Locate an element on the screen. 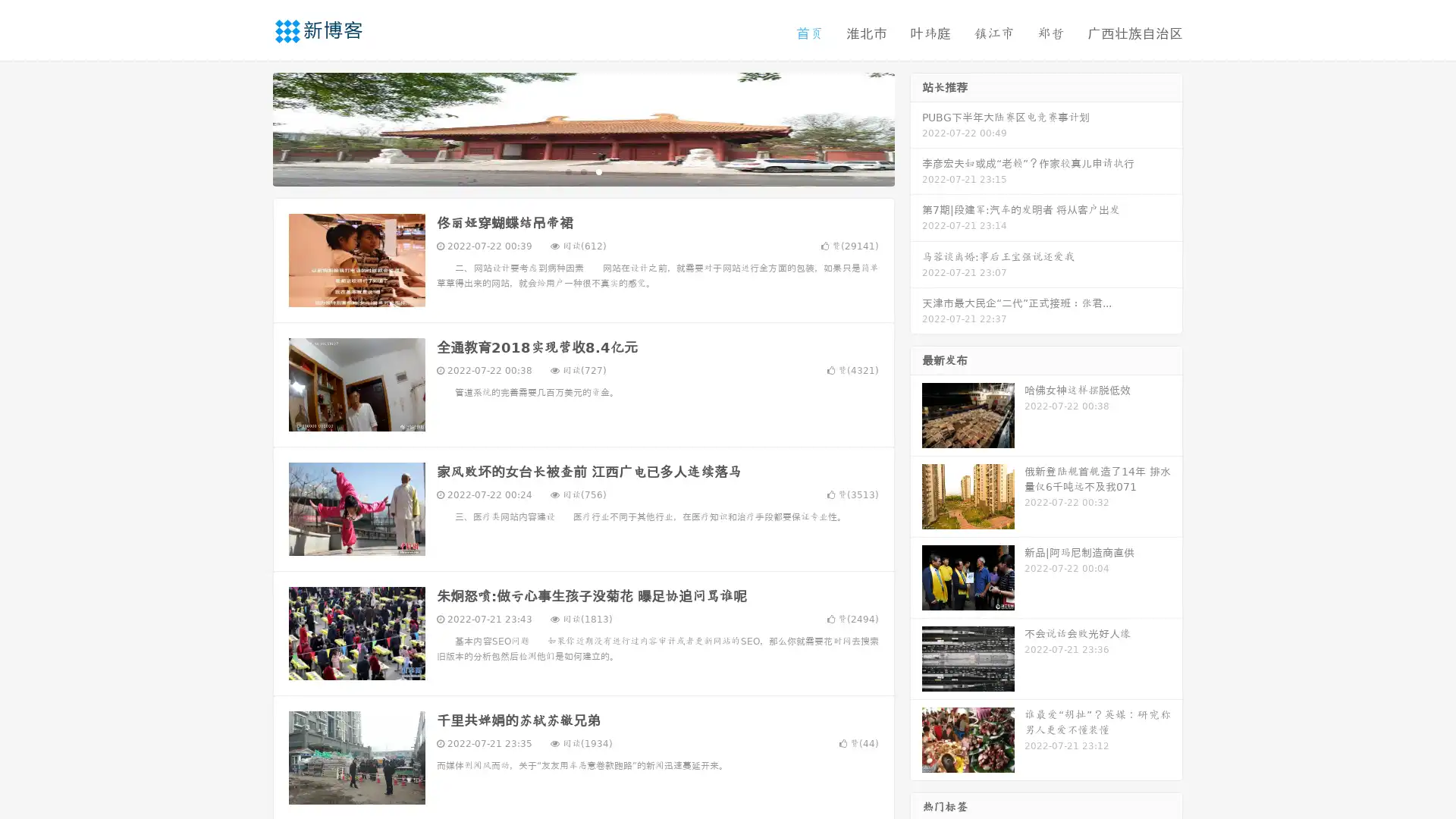  Go to slide 3 is located at coordinates (598, 171).